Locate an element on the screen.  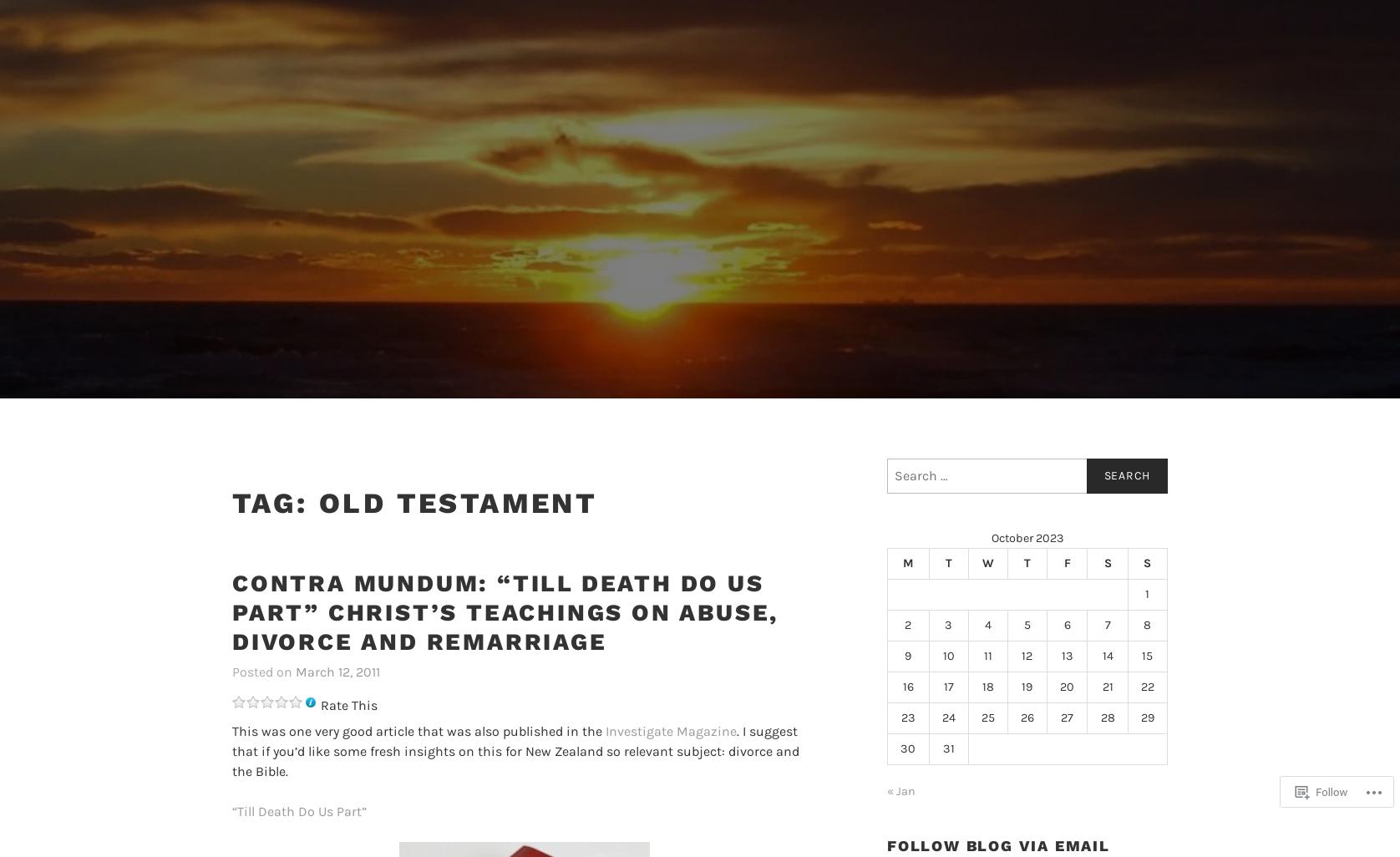
'27' is located at coordinates (1067, 717).